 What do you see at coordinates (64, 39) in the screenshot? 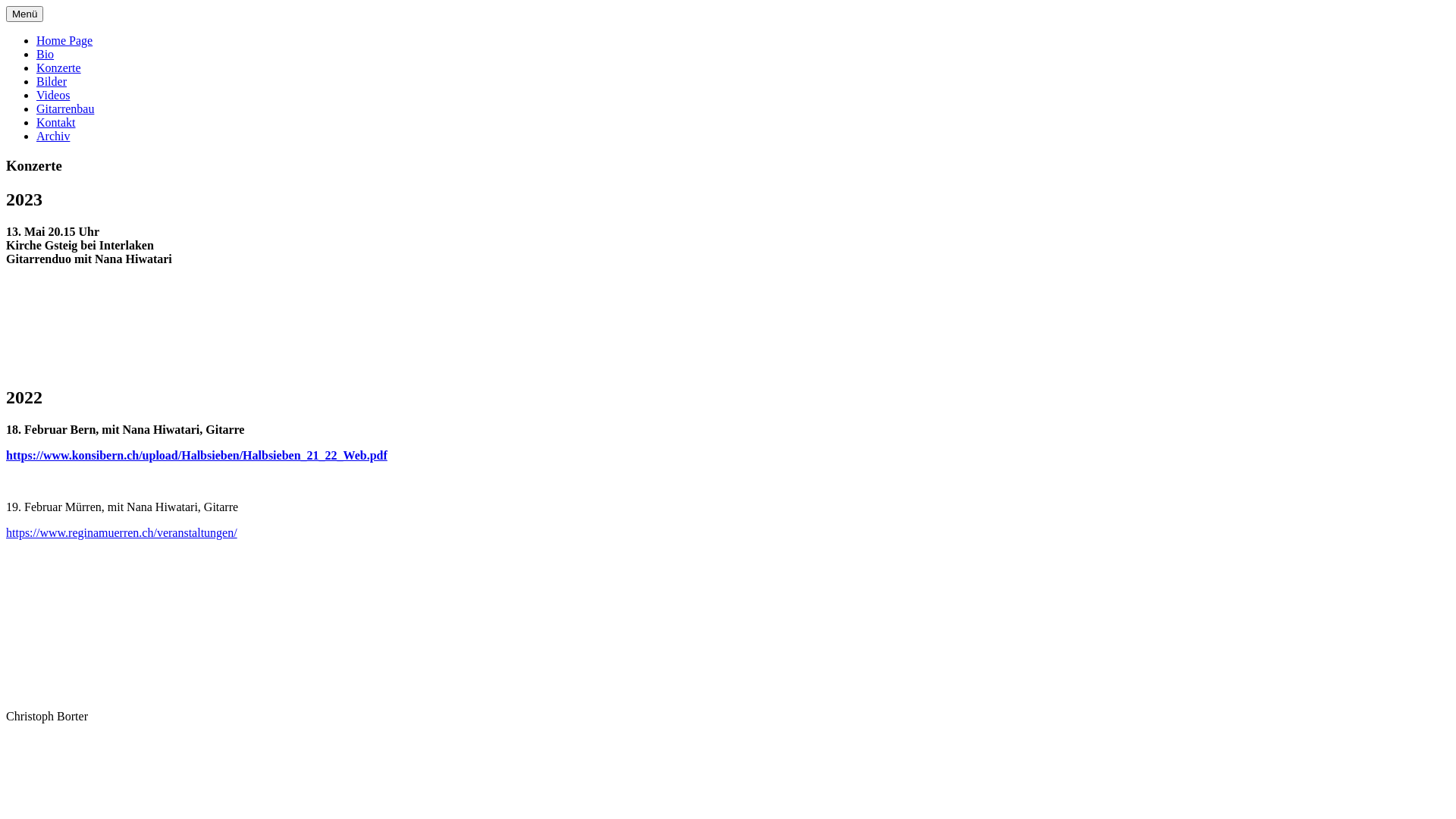
I see `'Home Page'` at bounding box center [64, 39].